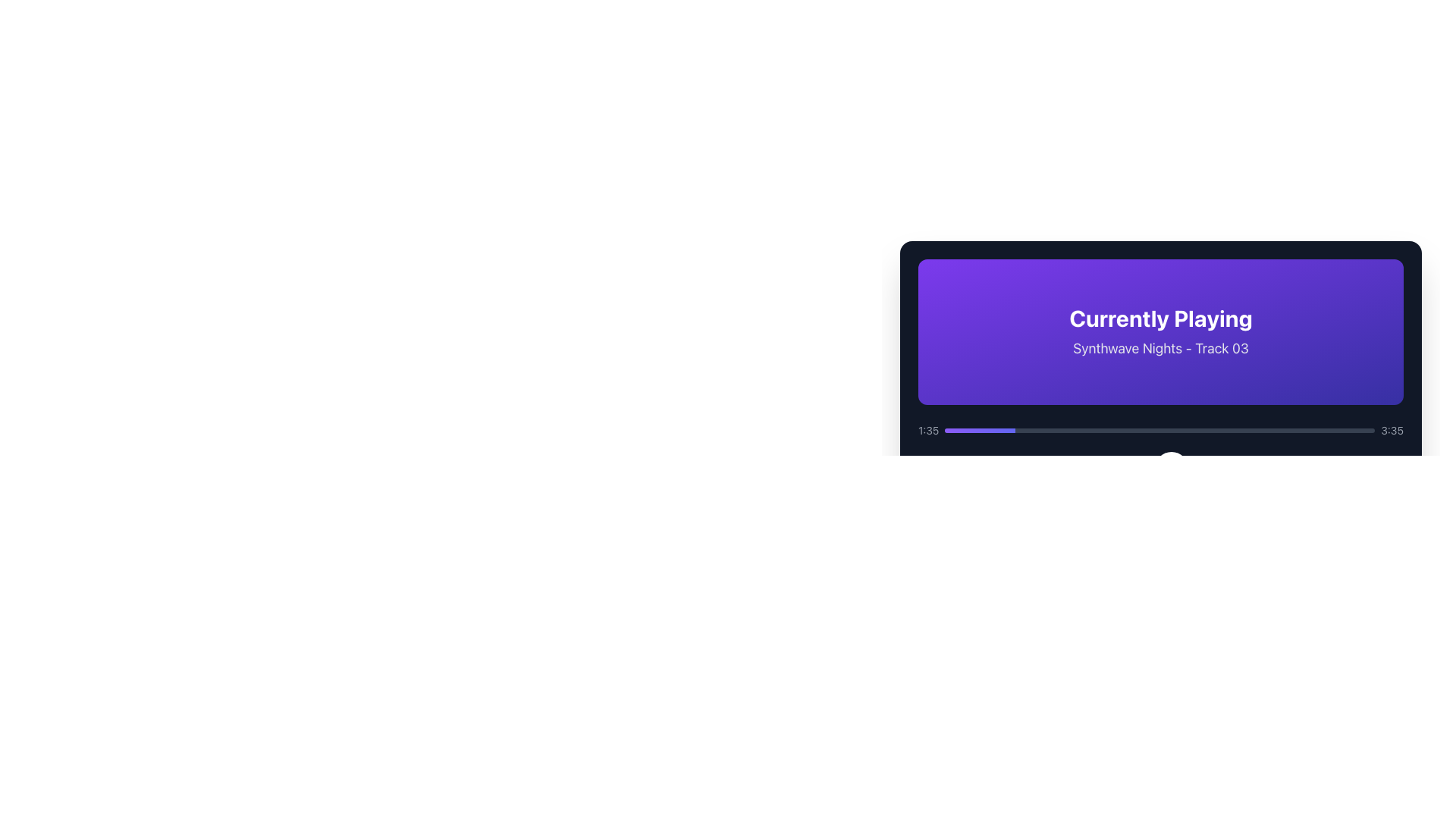  What do you see at coordinates (964, 467) in the screenshot?
I see `the progress value of the Progress Bar located at the lower center of the music player, directly below the timeline` at bounding box center [964, 467].